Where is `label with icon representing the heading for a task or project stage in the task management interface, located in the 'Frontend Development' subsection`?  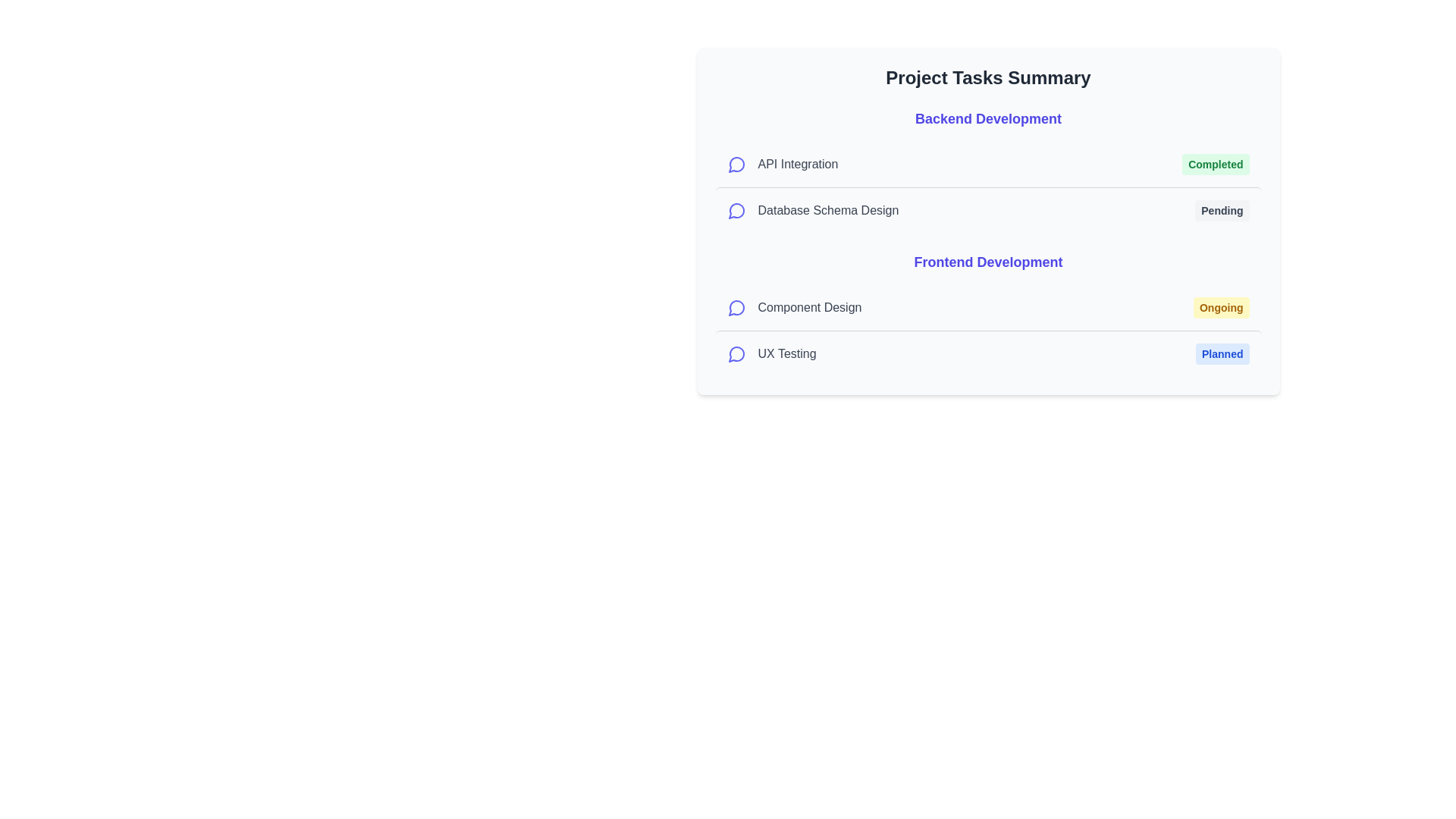 label with icon representing the heading for a task or project stage in the task management interface, located in the 'Frontend Development' subsection is located at coordinates (793, 307).